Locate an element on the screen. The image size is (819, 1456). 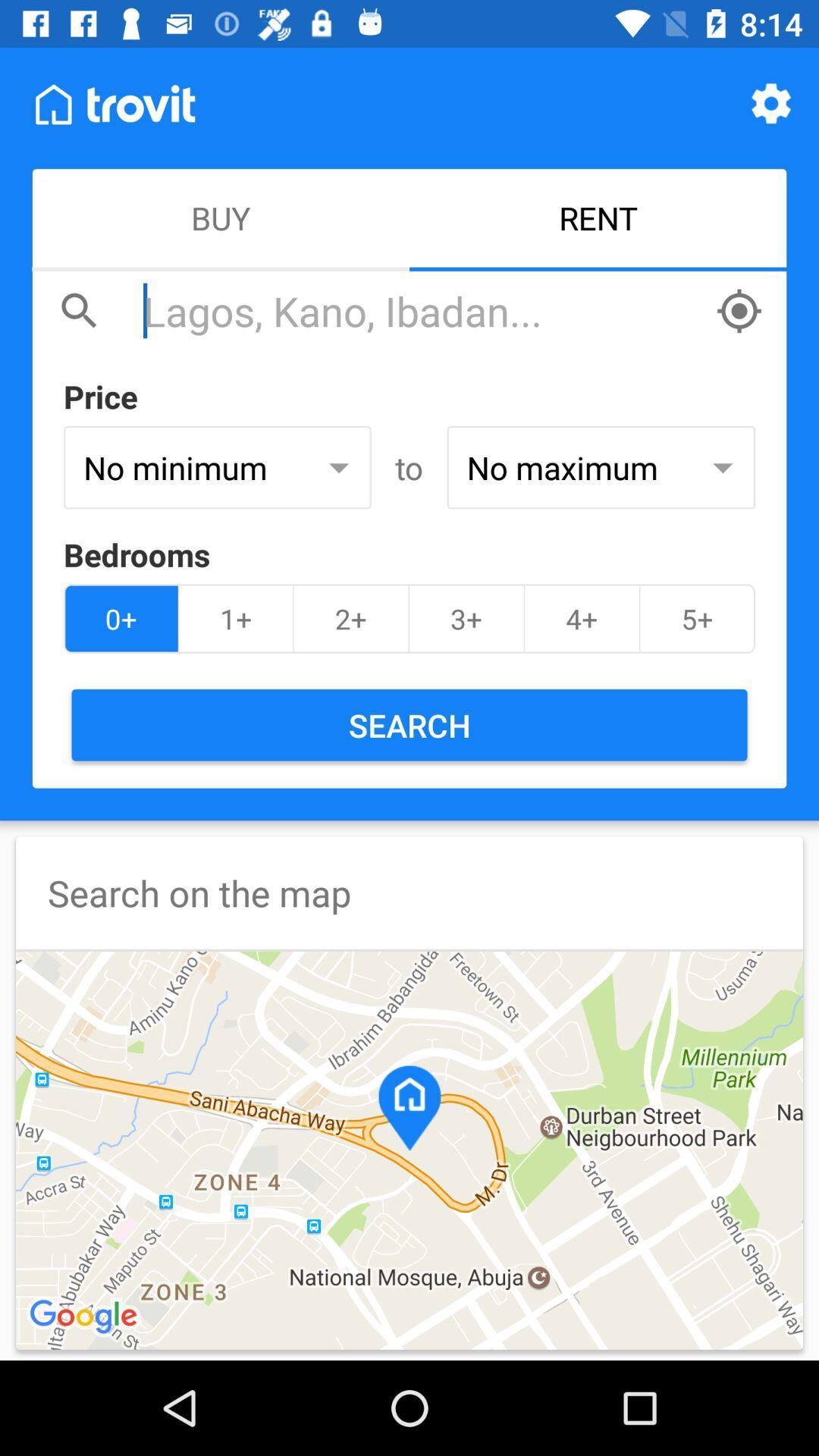
have the app autofill your current location is located at coordinates (739, 310).